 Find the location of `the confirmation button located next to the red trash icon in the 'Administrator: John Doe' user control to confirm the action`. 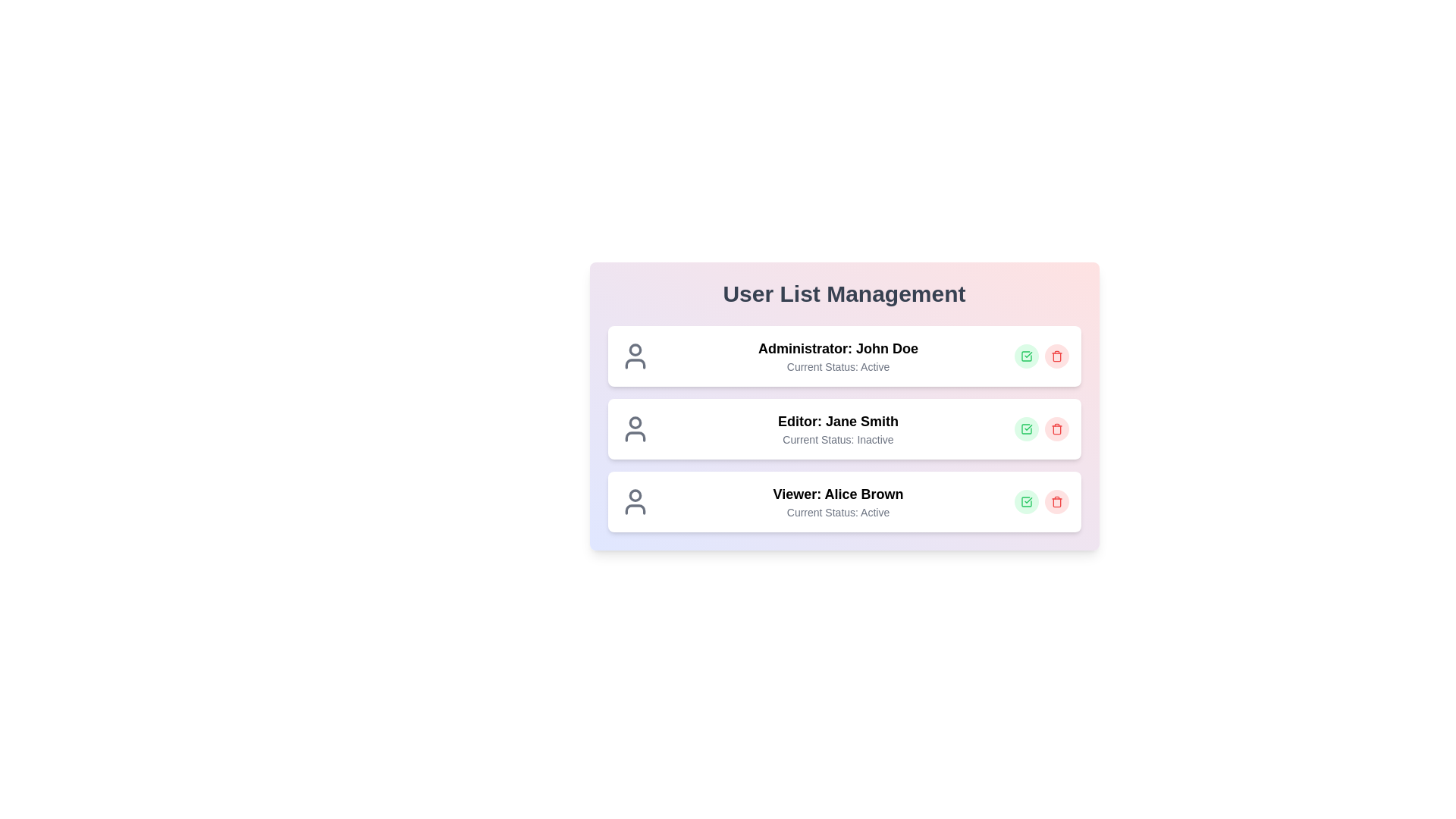

the confirmation button located next to the red trash icon in the 'Administrator: John Doe' user control to confirm the action is located at coordinates (1026, 356).